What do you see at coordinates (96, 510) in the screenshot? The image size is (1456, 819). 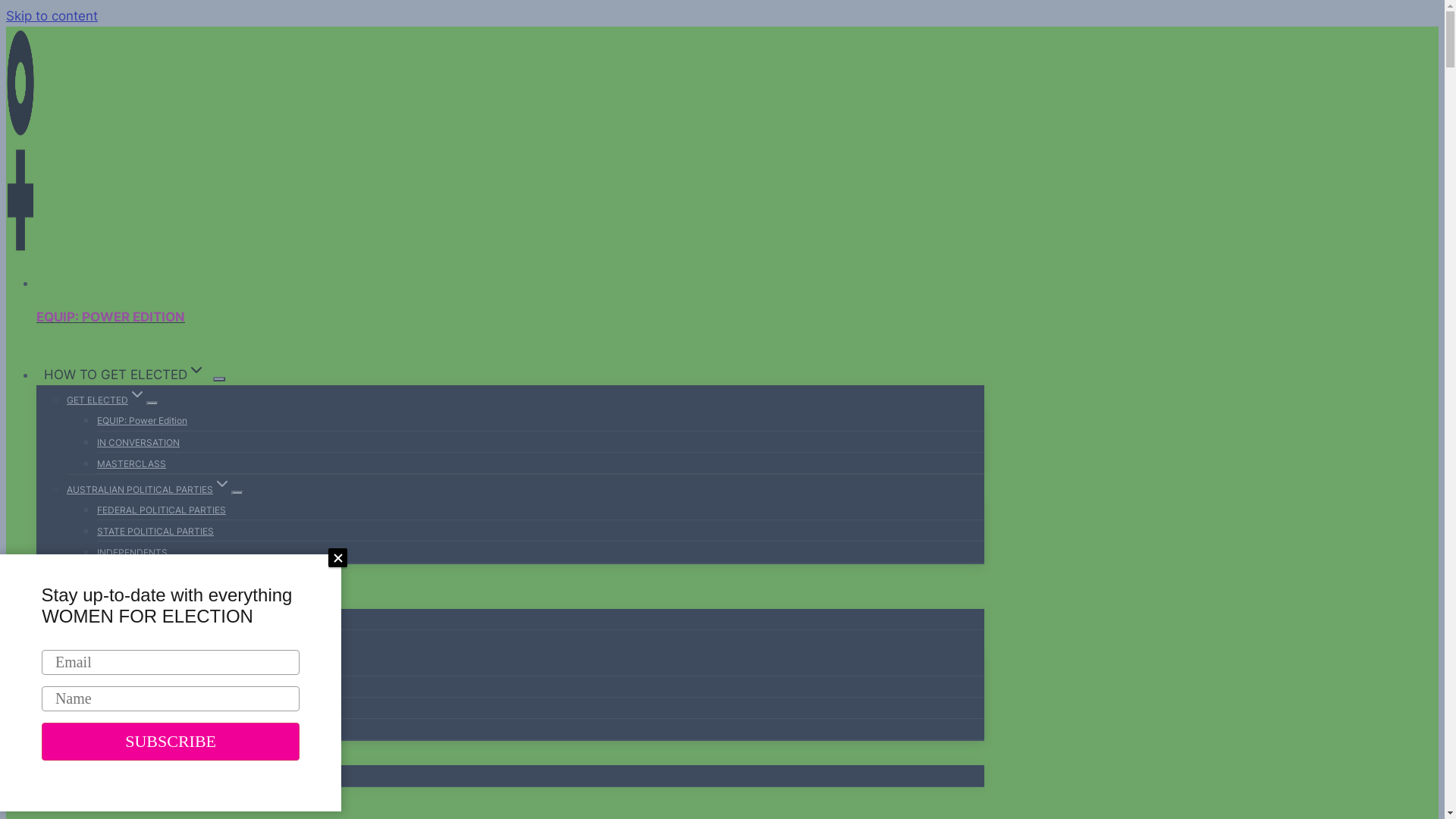 I see `'FEDERAL POLITICAL PARTIES'` at bounding box center [96, 510].